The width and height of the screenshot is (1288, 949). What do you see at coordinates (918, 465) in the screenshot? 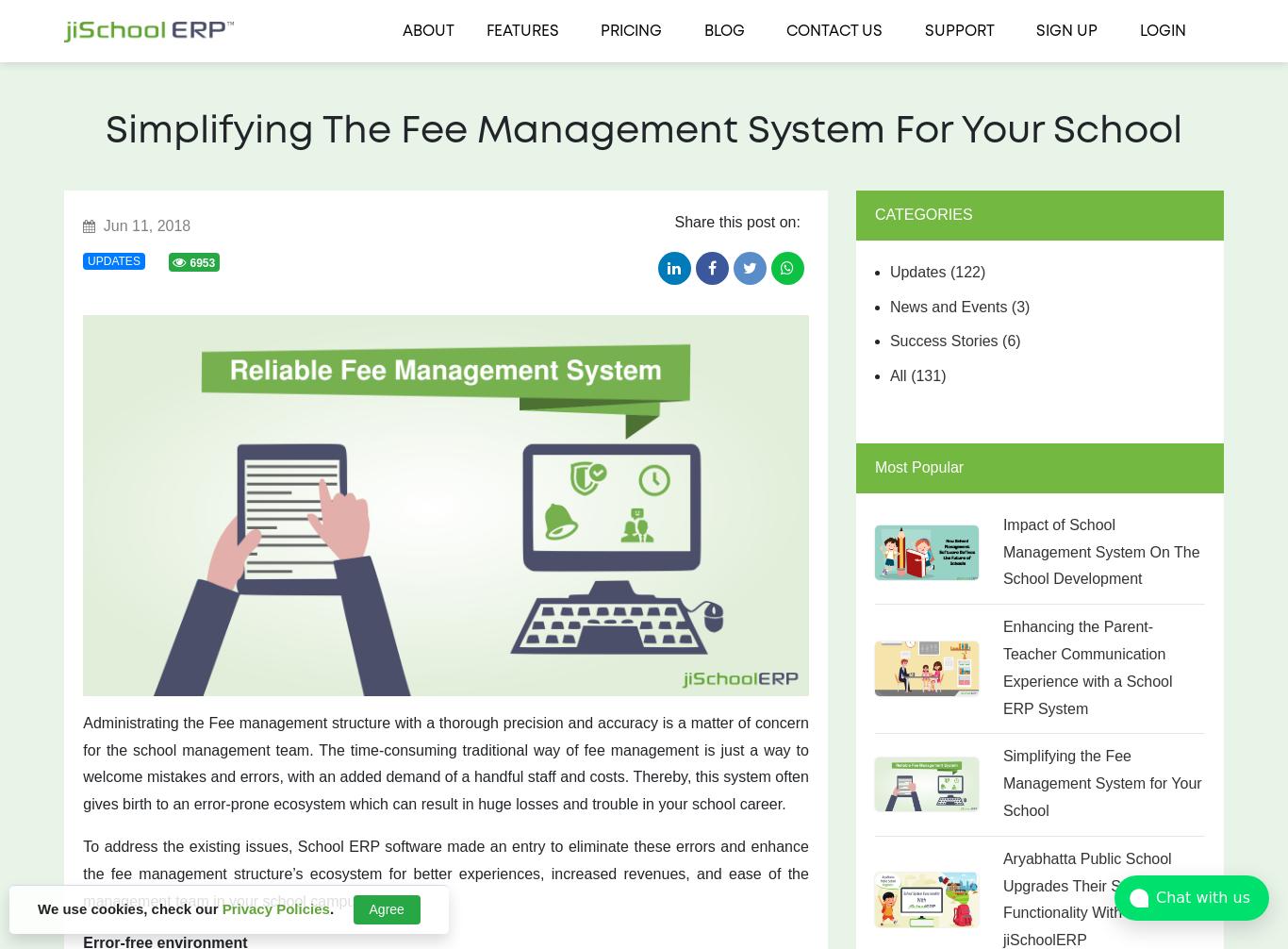
I see `'Most Popular'` at bounding box center [918, 465].